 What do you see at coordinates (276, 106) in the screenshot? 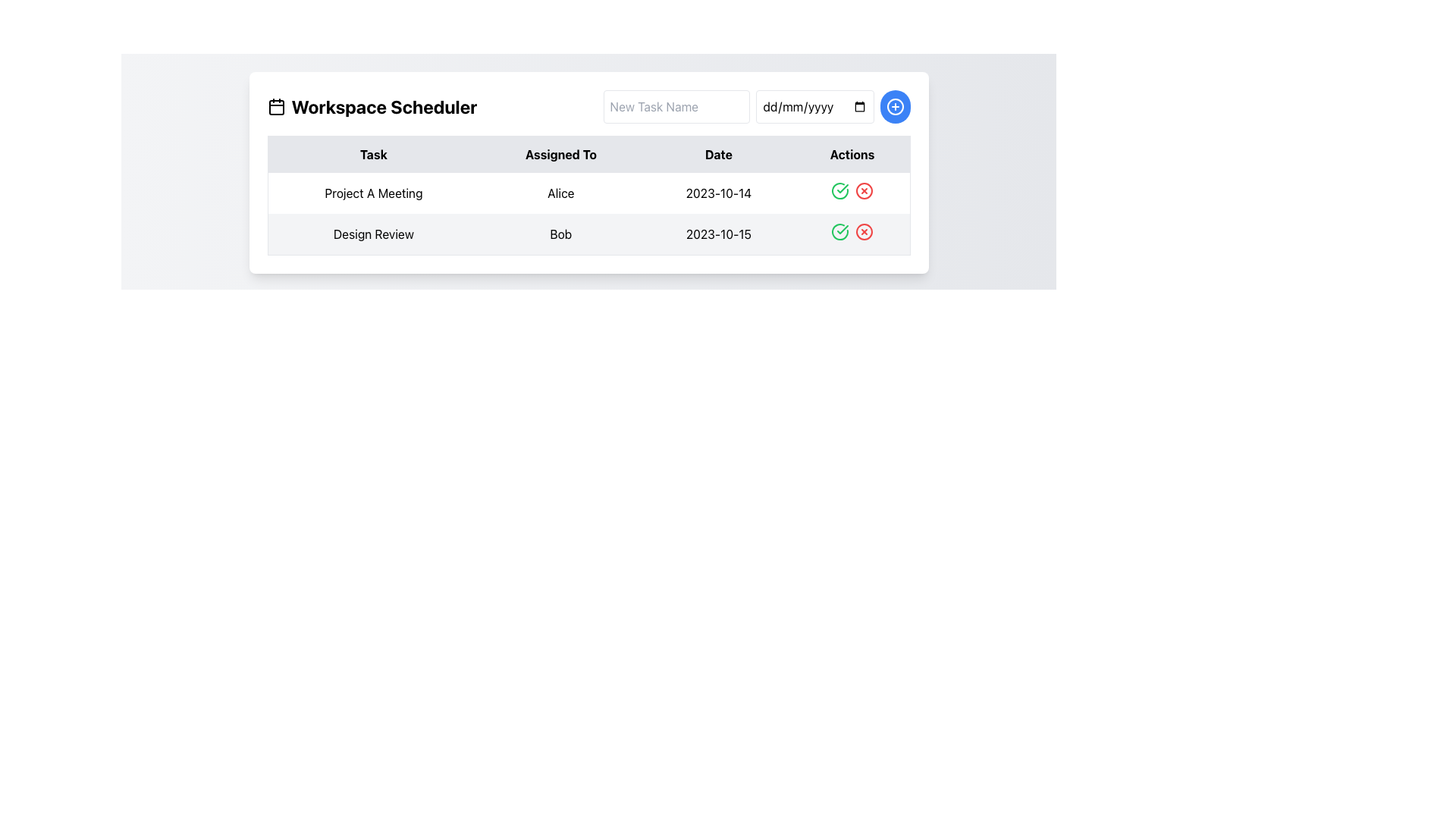
I see `the minimalist calendar icon located to the left of the 'Workspace Scheduler' text at the top-left corner of the interface` at bounding box center [276, 106].